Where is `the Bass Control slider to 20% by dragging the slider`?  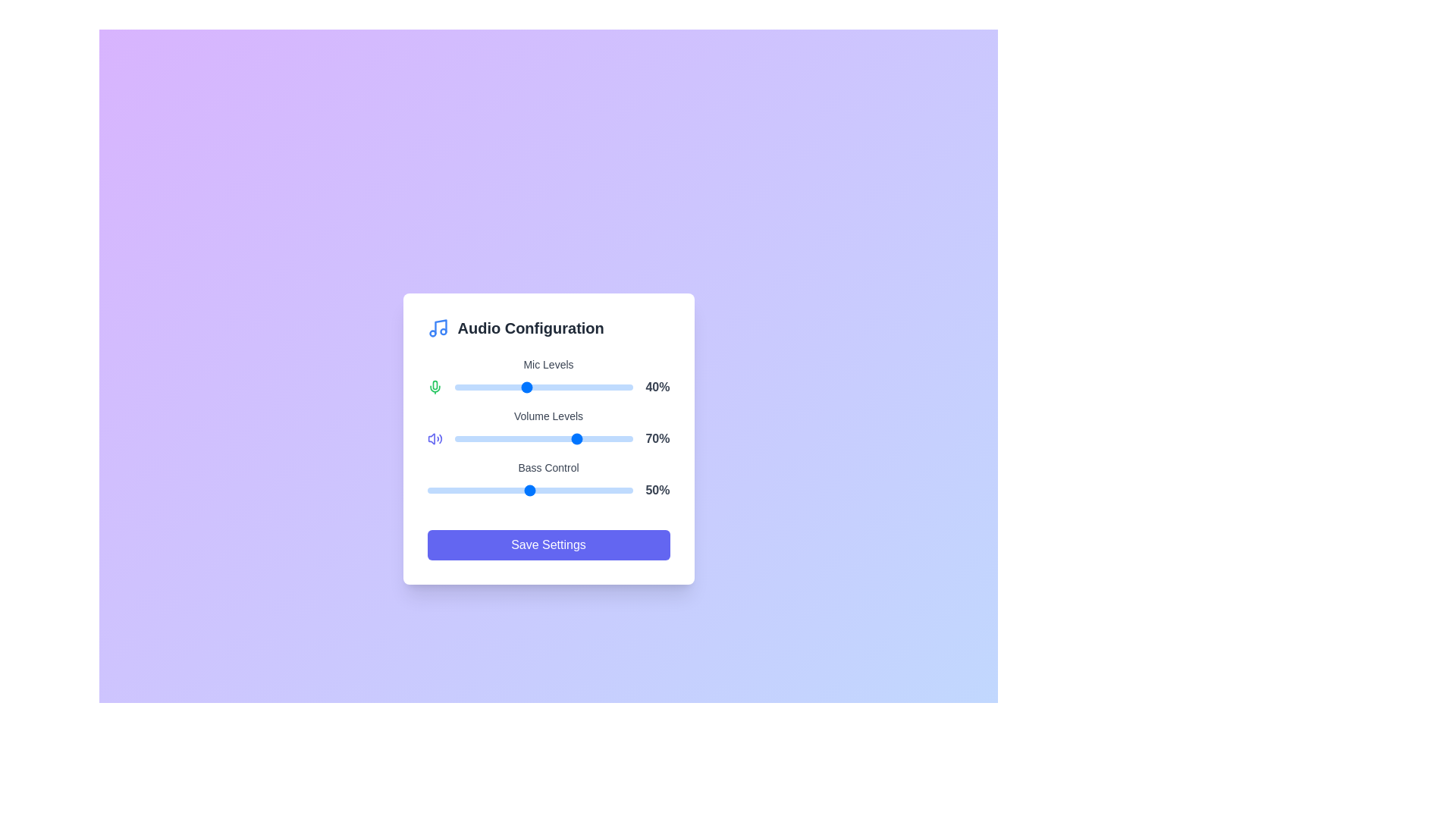
the Bass Control slider to 20% by dragging the slider is located at coordinates (467, 491).